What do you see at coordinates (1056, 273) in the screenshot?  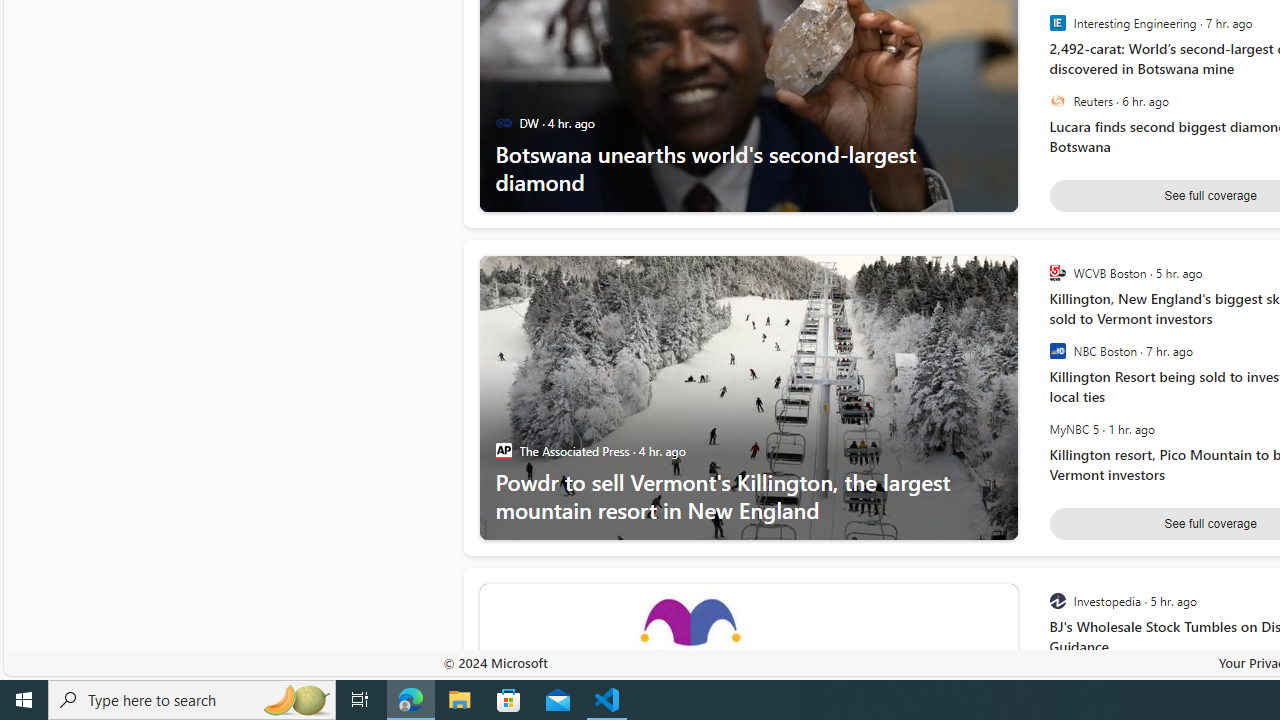 I see `'WCVB Boston'` at bounding box center [1056, 273].